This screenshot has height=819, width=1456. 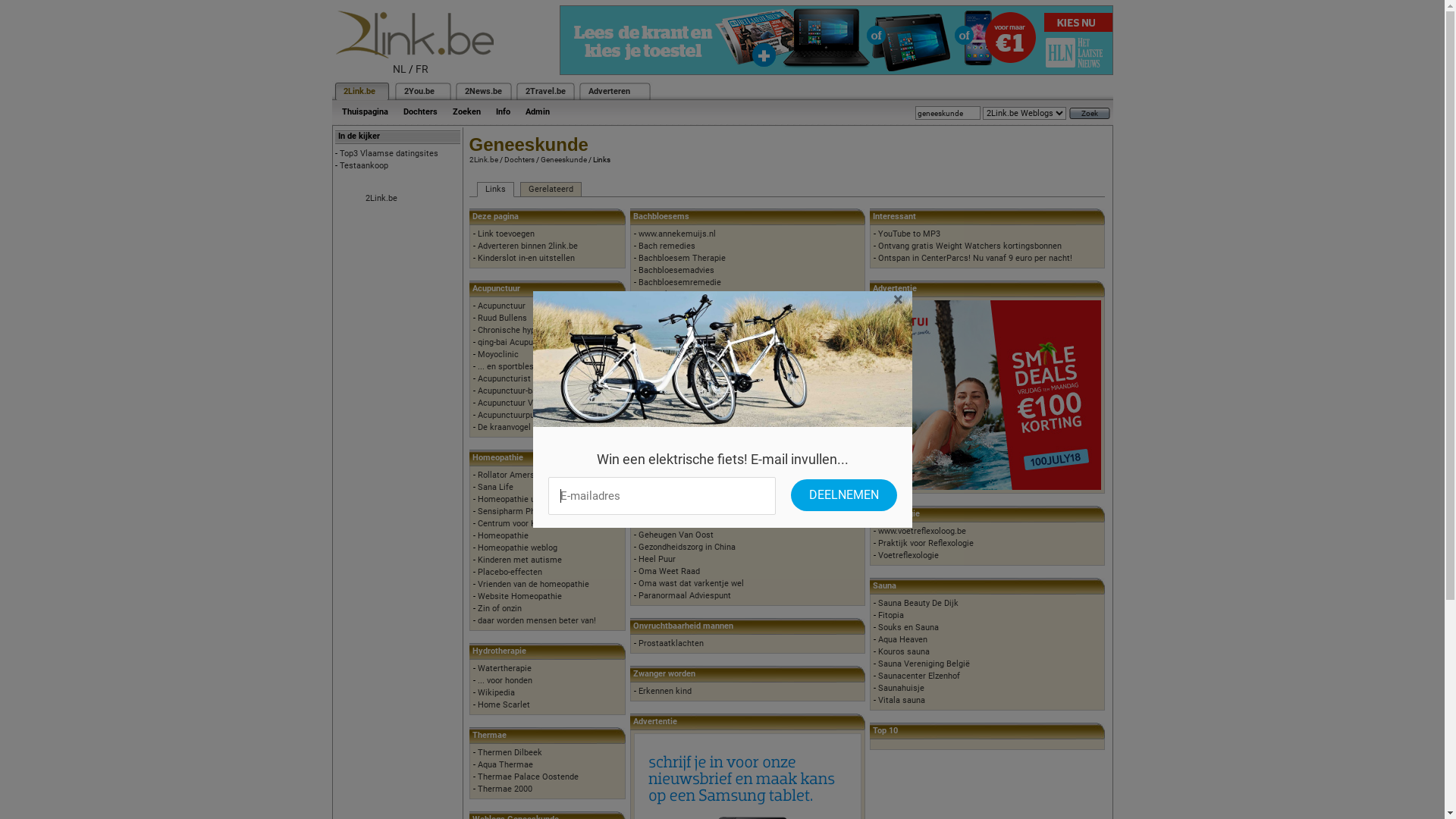 I want to click on 'Geheugen Van Oost', so click(x=675, y=534).